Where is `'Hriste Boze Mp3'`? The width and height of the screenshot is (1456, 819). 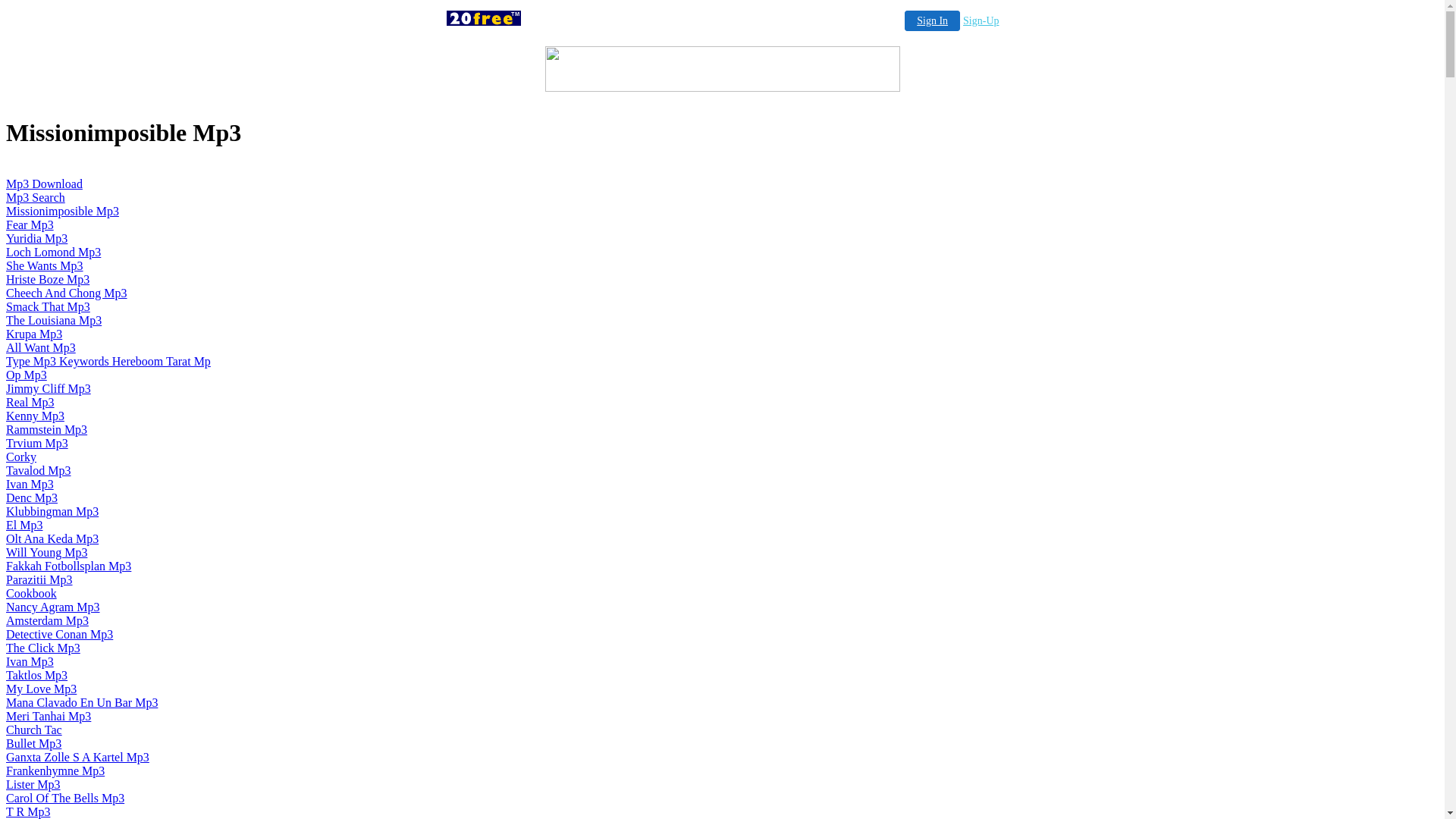 'Hriste Boze Mp3' is located at coordinates (47, 279).